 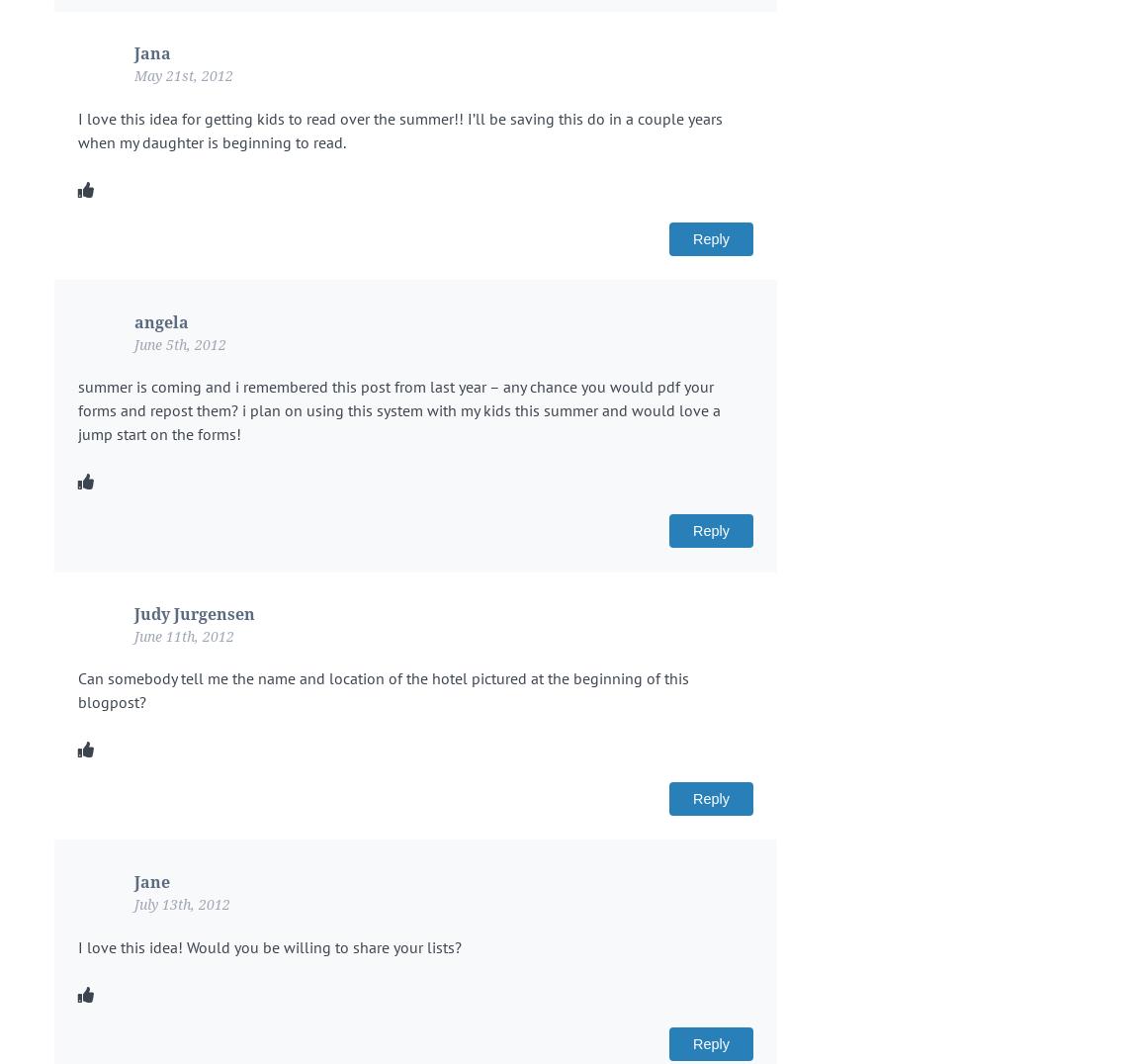 What do you see at coordinates (151, 53) in the screenshot?
I see `'Jana'` at bounding box center [151, 53].